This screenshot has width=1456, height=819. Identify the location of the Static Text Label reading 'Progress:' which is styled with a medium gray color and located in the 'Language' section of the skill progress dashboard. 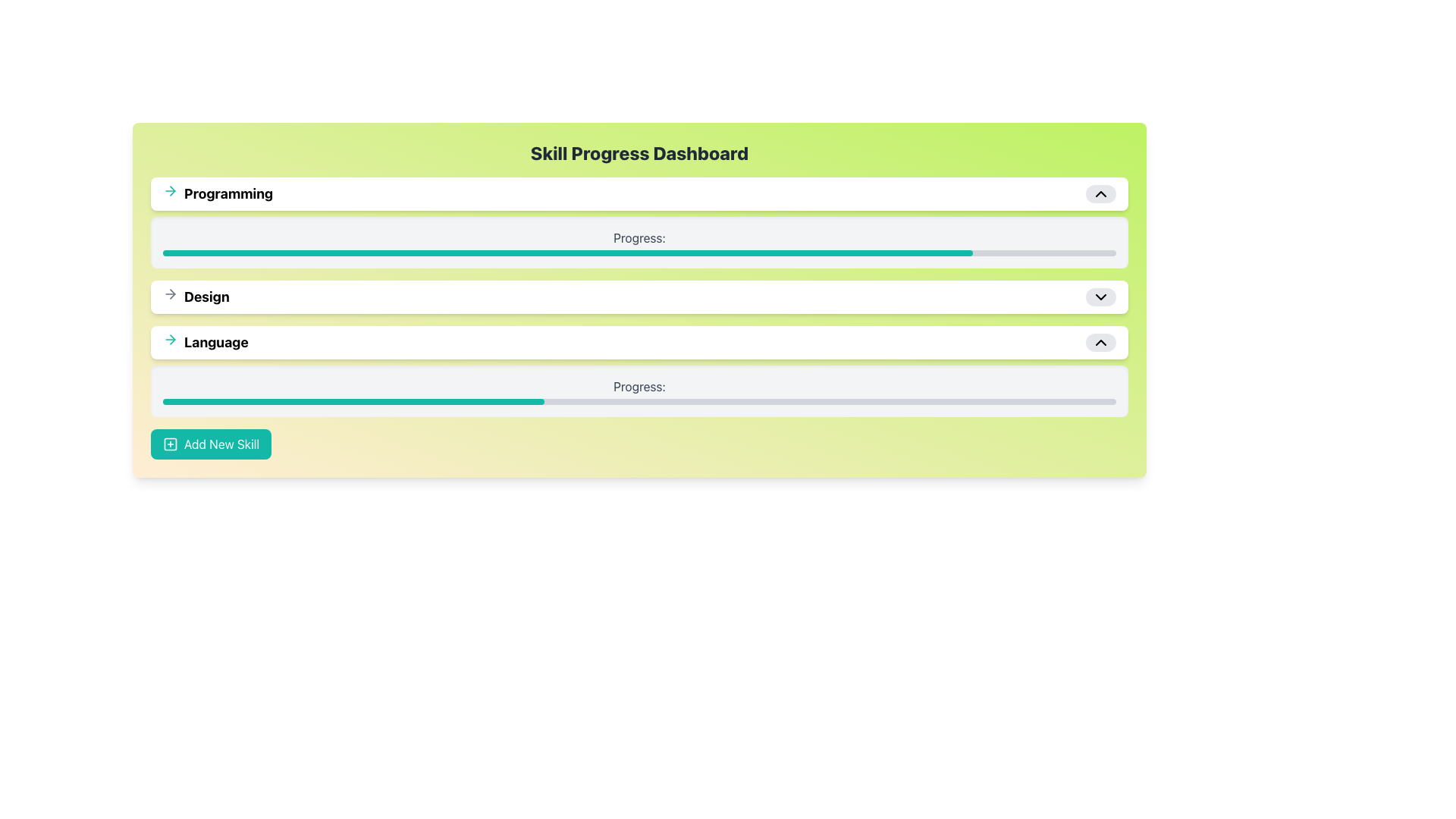
(639, 385).